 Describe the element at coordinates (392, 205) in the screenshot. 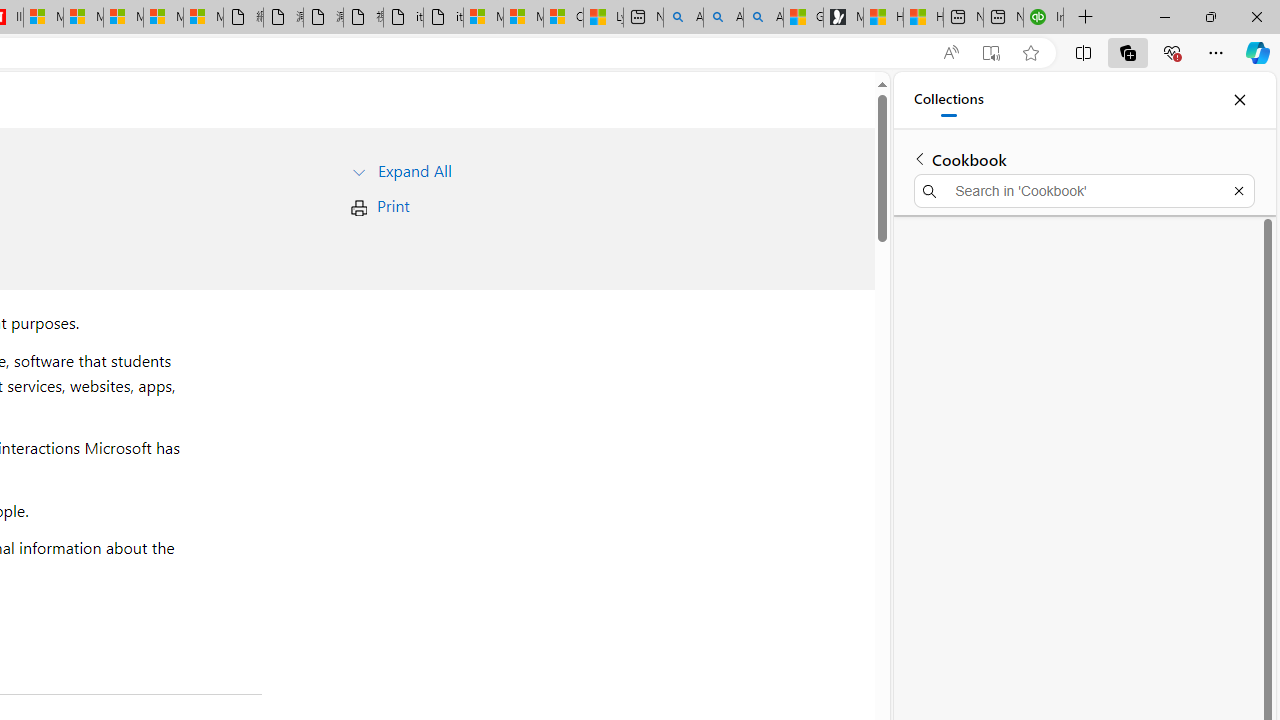

I see `'Print'` at that location.